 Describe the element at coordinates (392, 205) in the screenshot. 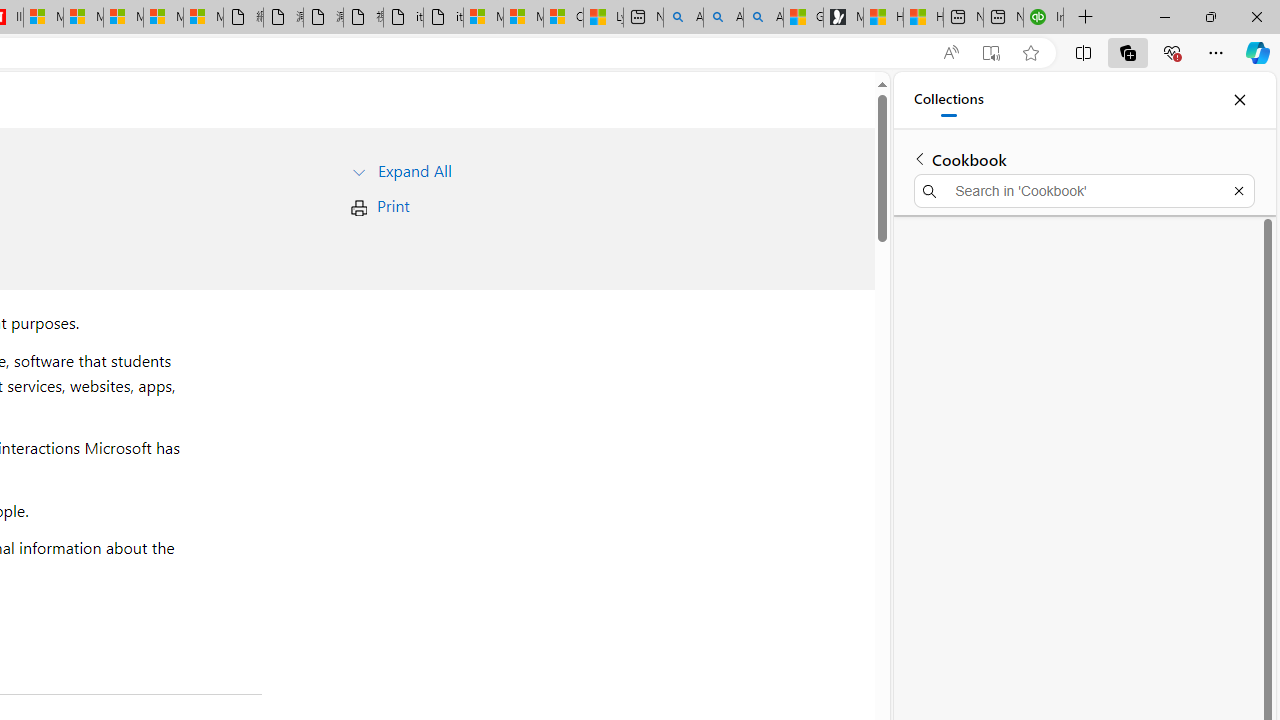

I see `'Print'` at that location.